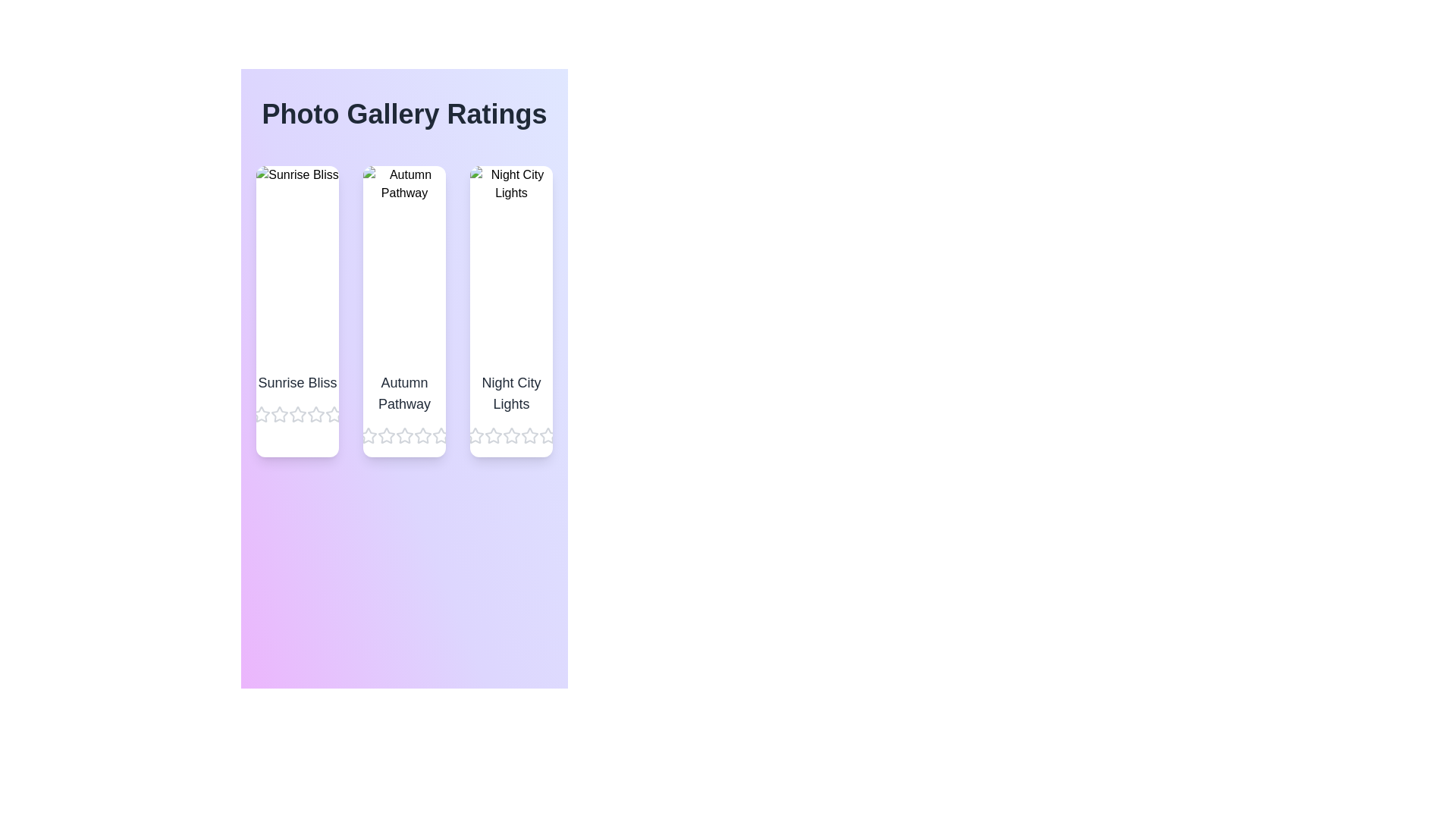  I want to click on the star corresponding to 2 stars for the image titled Autumn Pathway, so click(386, 435).